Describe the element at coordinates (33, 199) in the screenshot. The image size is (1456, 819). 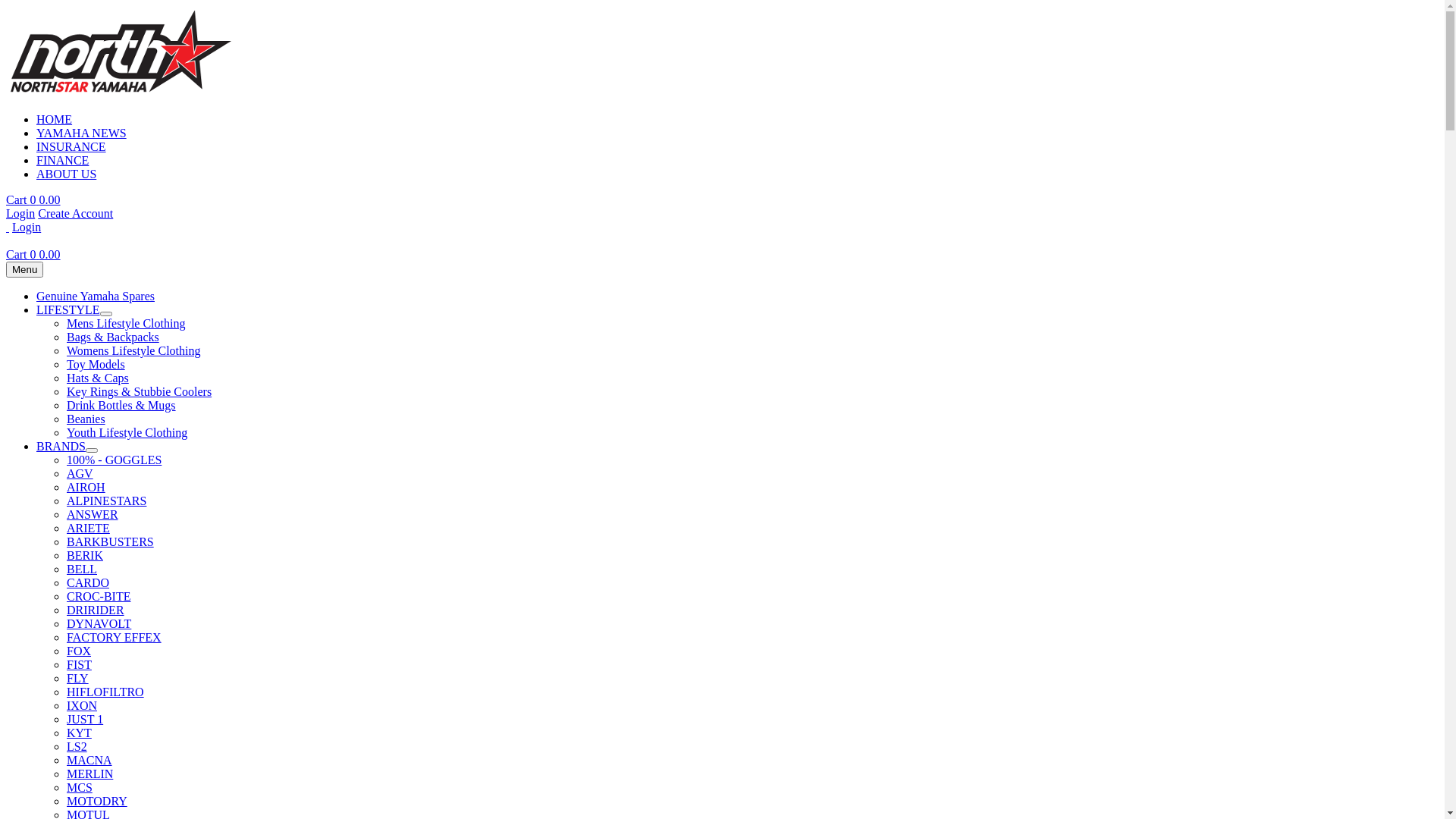
I see `'Cart 0 0.00'` at that location.